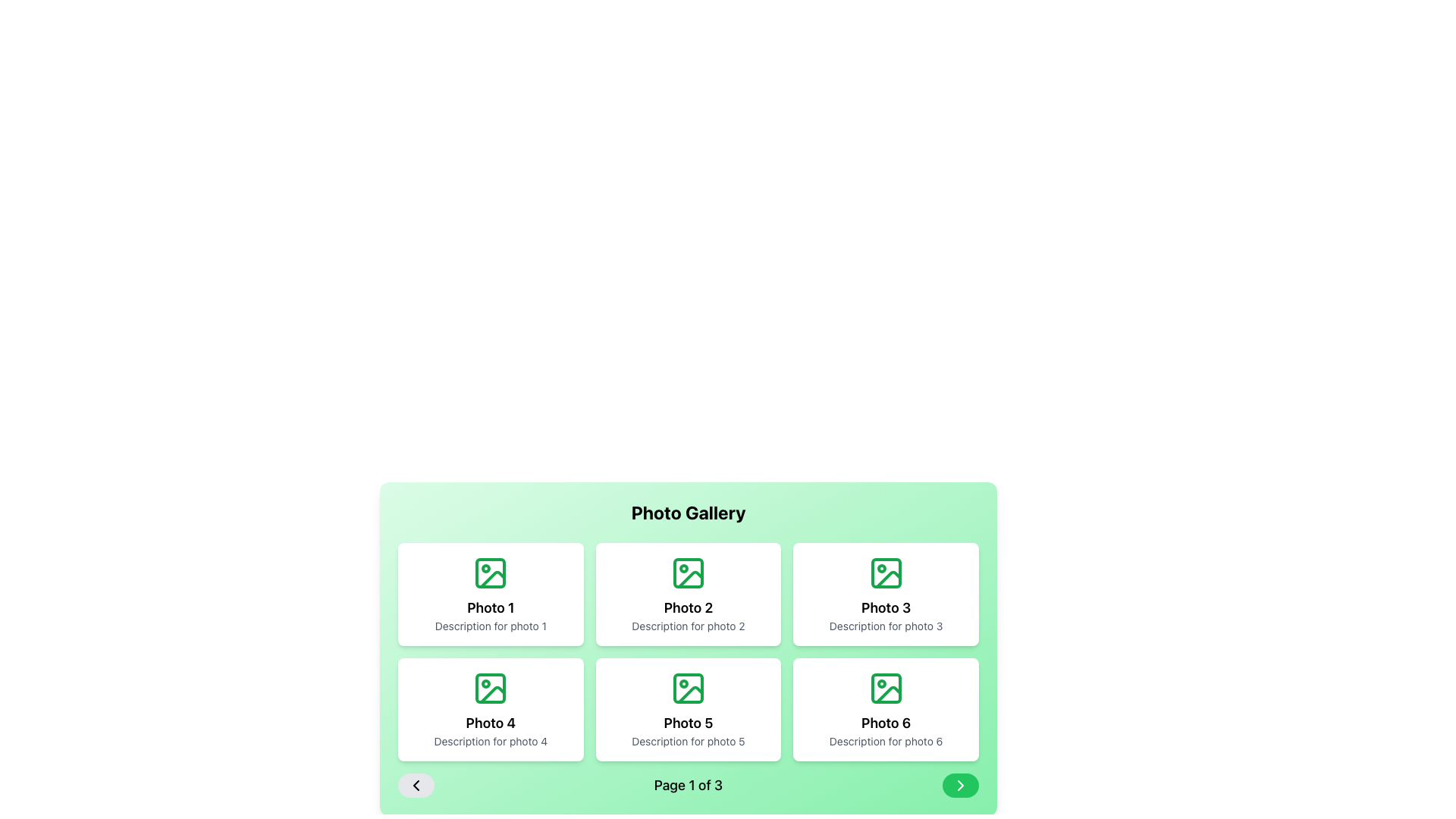 The height and width of the screenshot is (819, 1456). Describe the element at coordinates (886, 573) in the screenshot. I see `the icon resembling a stylized photo frame with a green outline, located in the middle of the second row of the Photo 3 card` at that location.